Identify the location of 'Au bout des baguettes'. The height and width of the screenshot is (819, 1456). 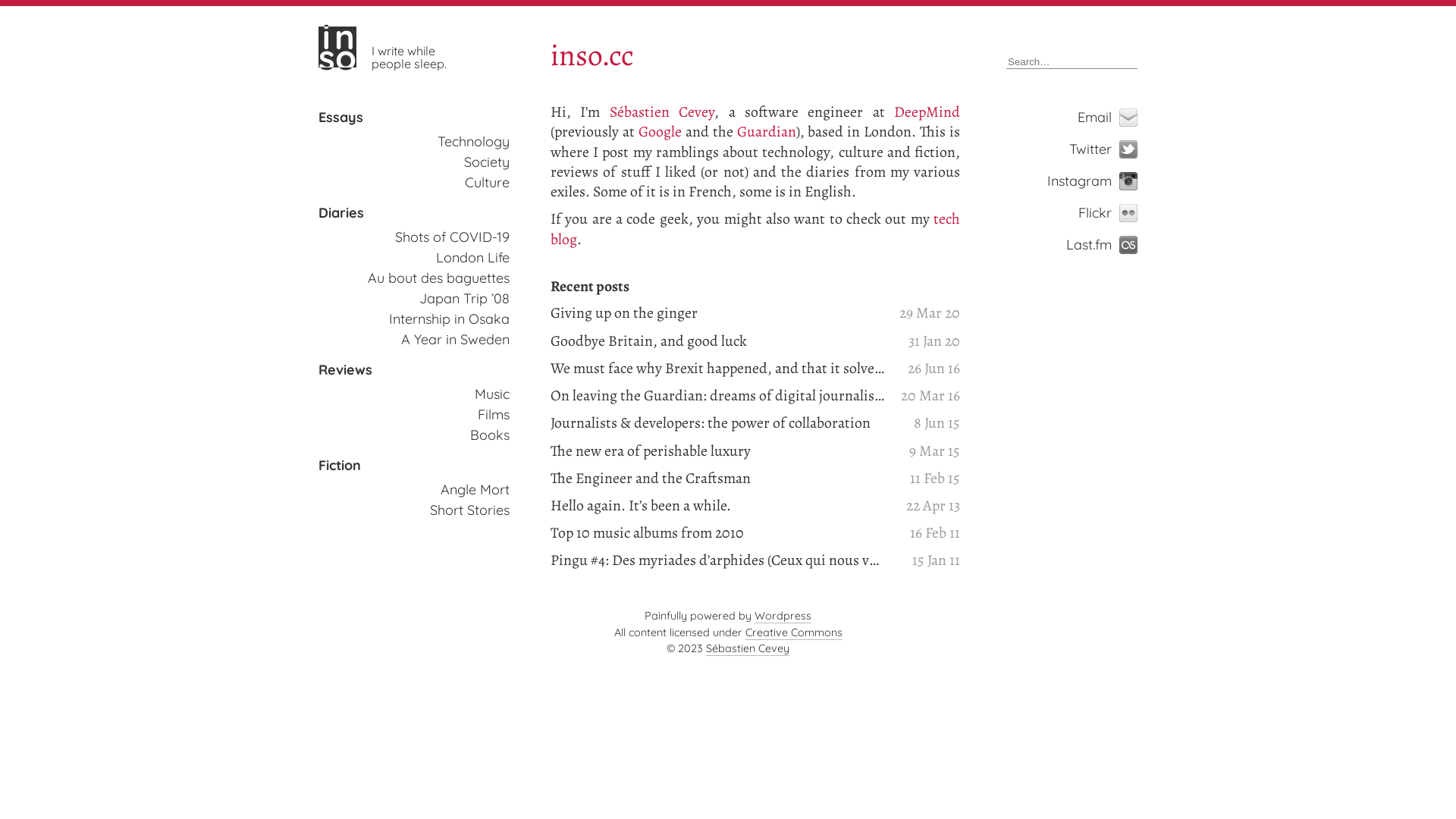
(438, 278).